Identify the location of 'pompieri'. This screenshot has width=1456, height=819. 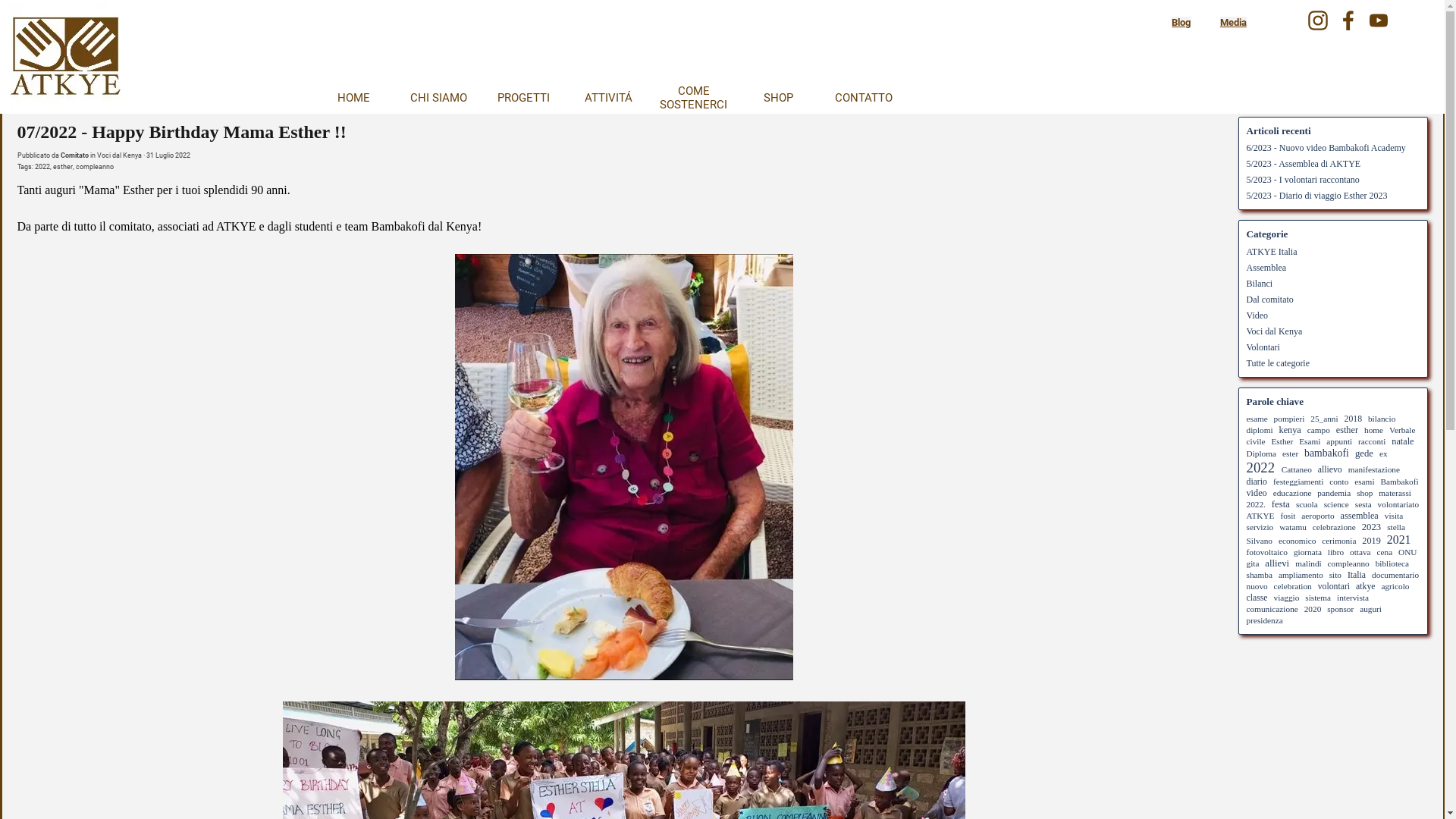
(1288, 418).